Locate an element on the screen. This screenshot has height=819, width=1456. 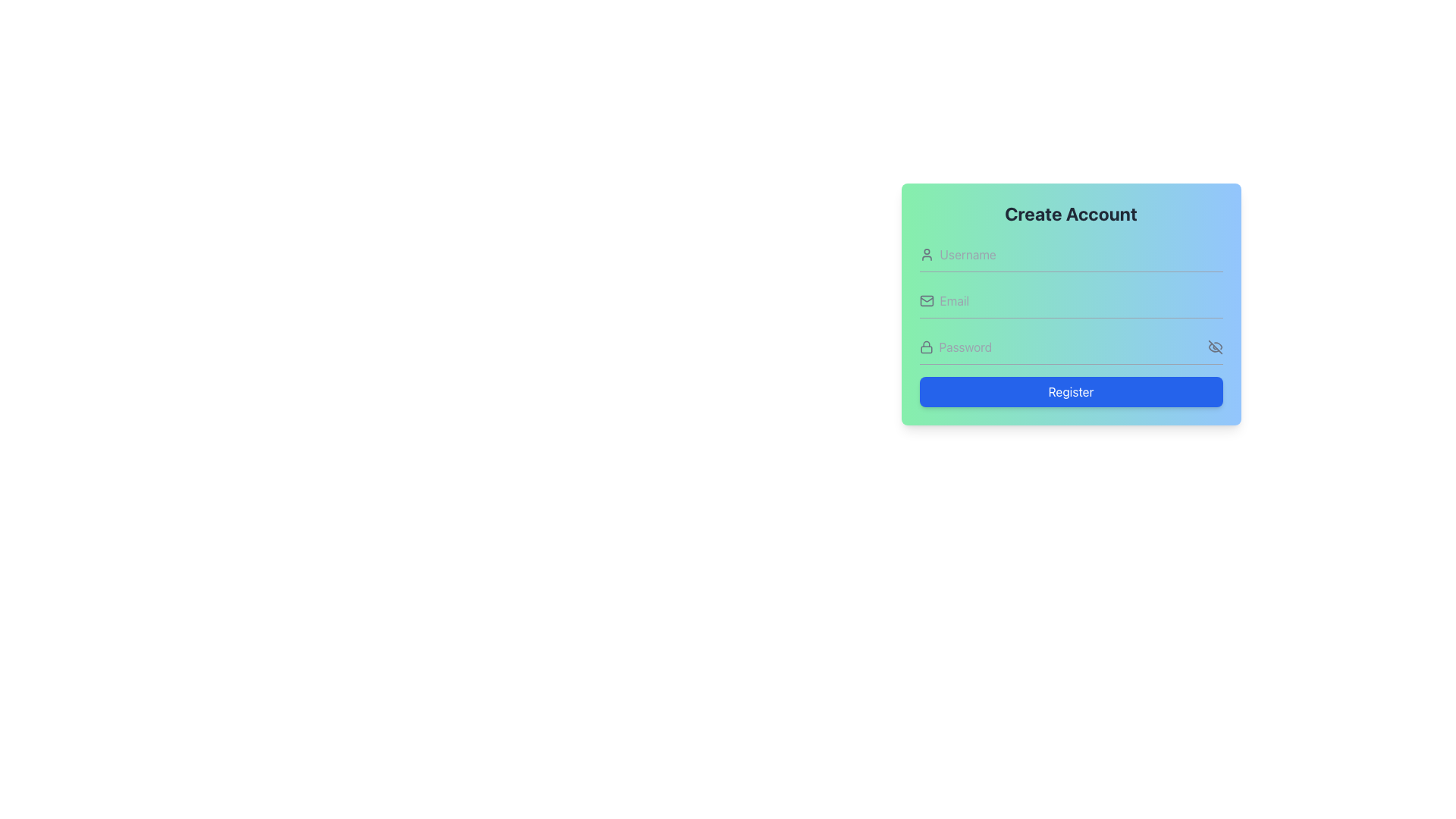
the top left rectangular vector graphic representing the body of the envelope within the email icon is located at coordinates (926, 301).